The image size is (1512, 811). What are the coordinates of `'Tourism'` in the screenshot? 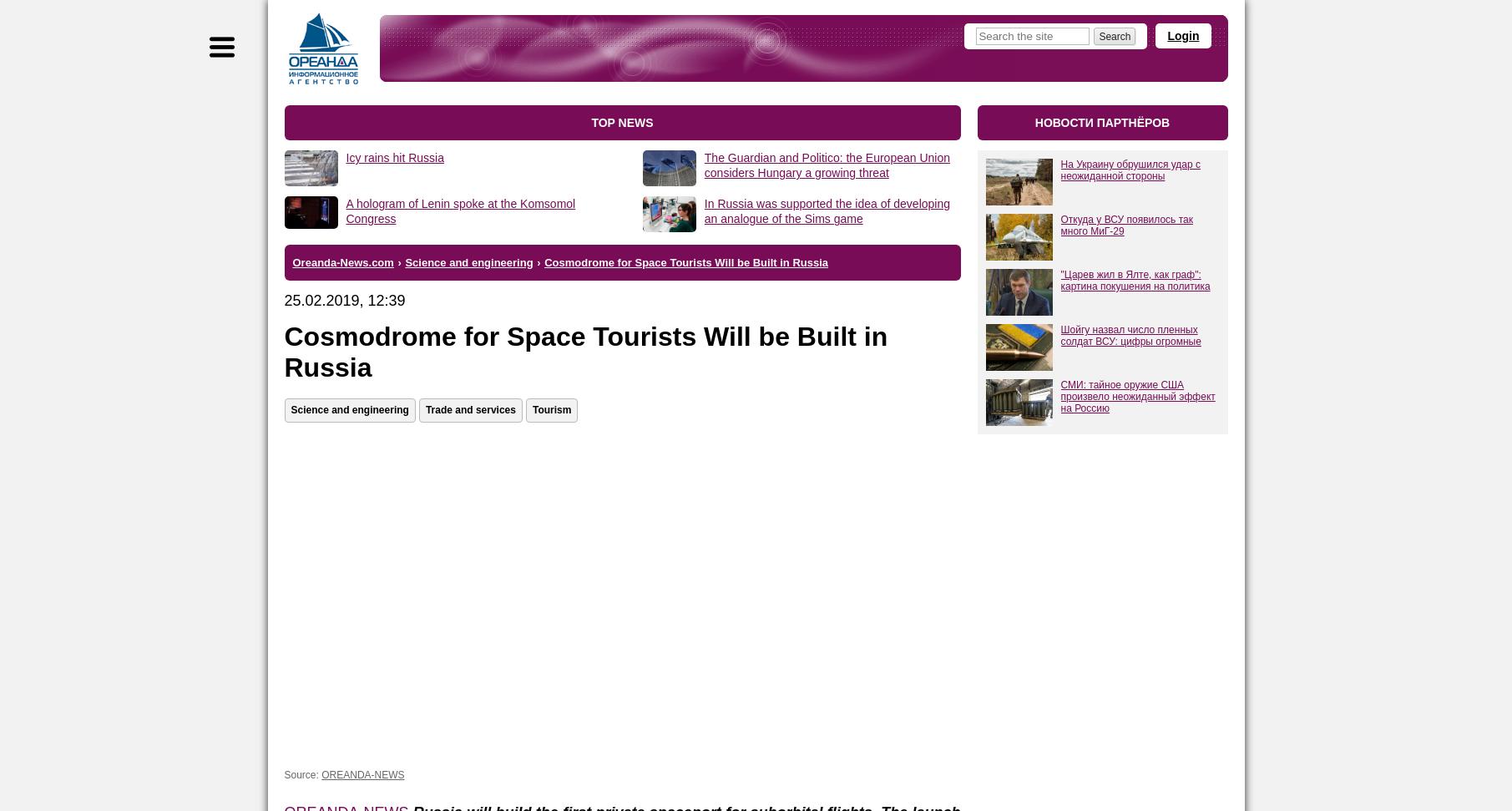 It's located at (551, 408).